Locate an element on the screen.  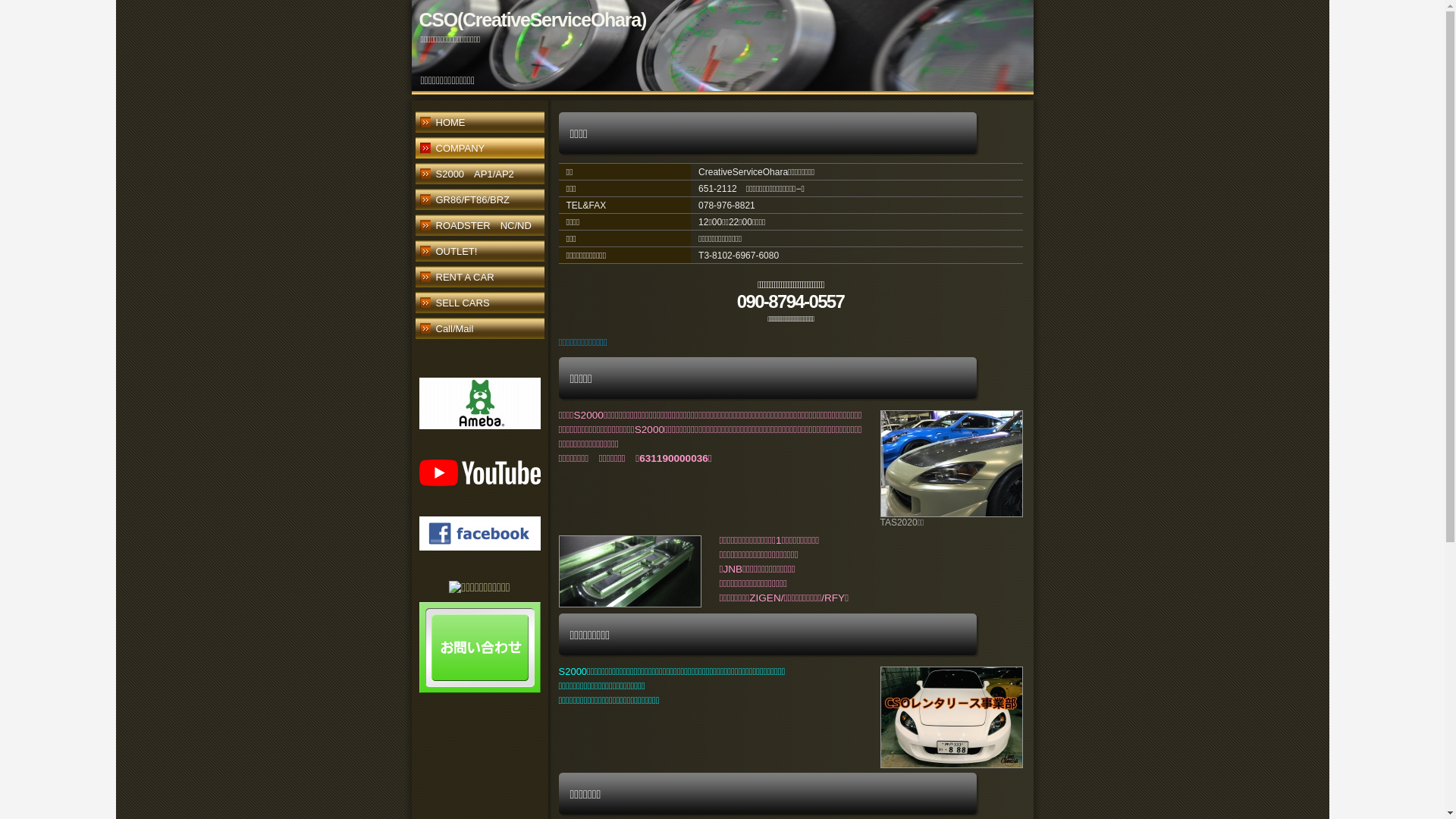
'RENT A CAR' is located at coordinates (479, 278).